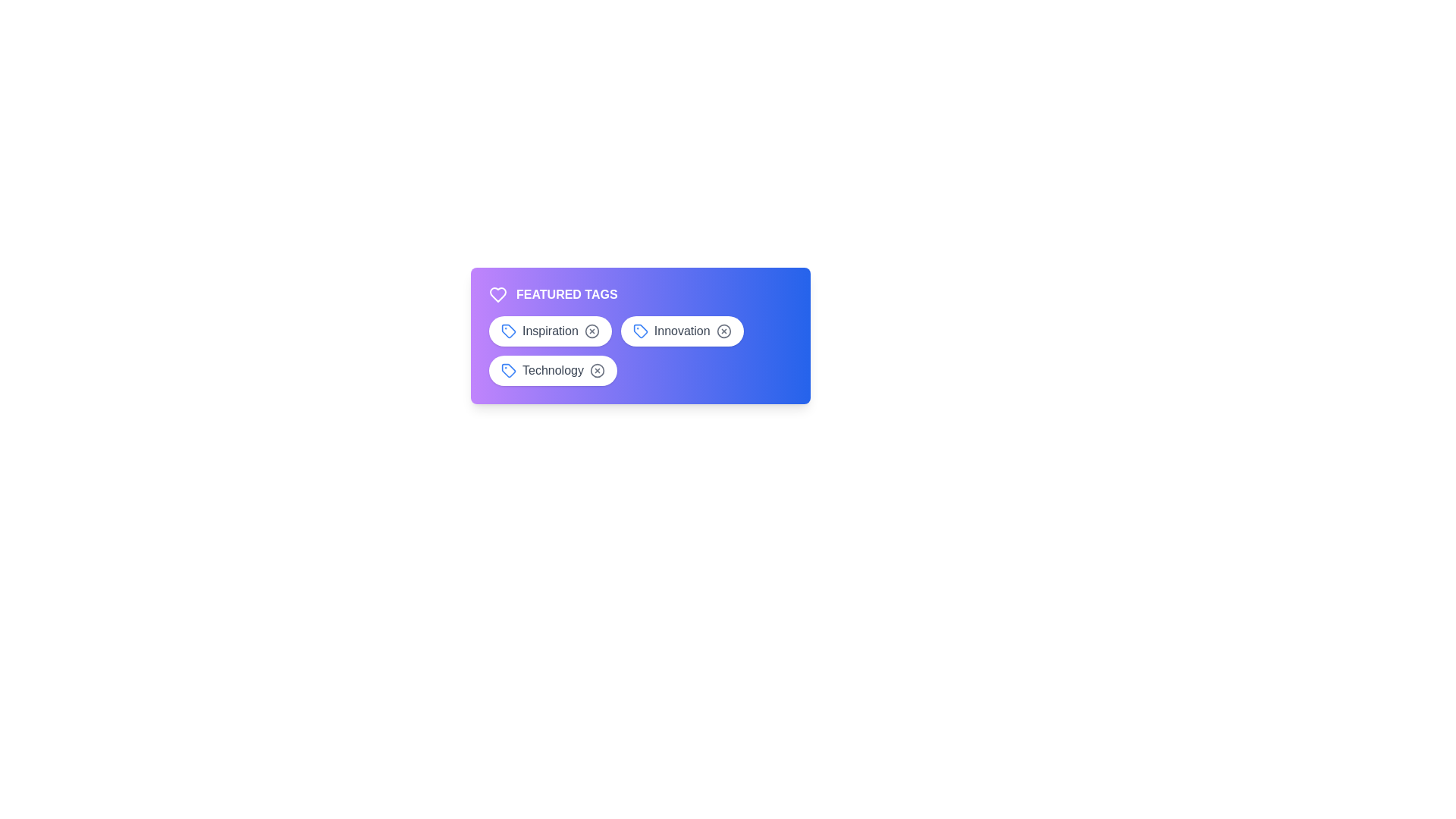 This screenshot has height=819, width=1456. I want to click on the icon representing the 'Technology' category located to the left of the 'Technology' text label, so click(509, 371).